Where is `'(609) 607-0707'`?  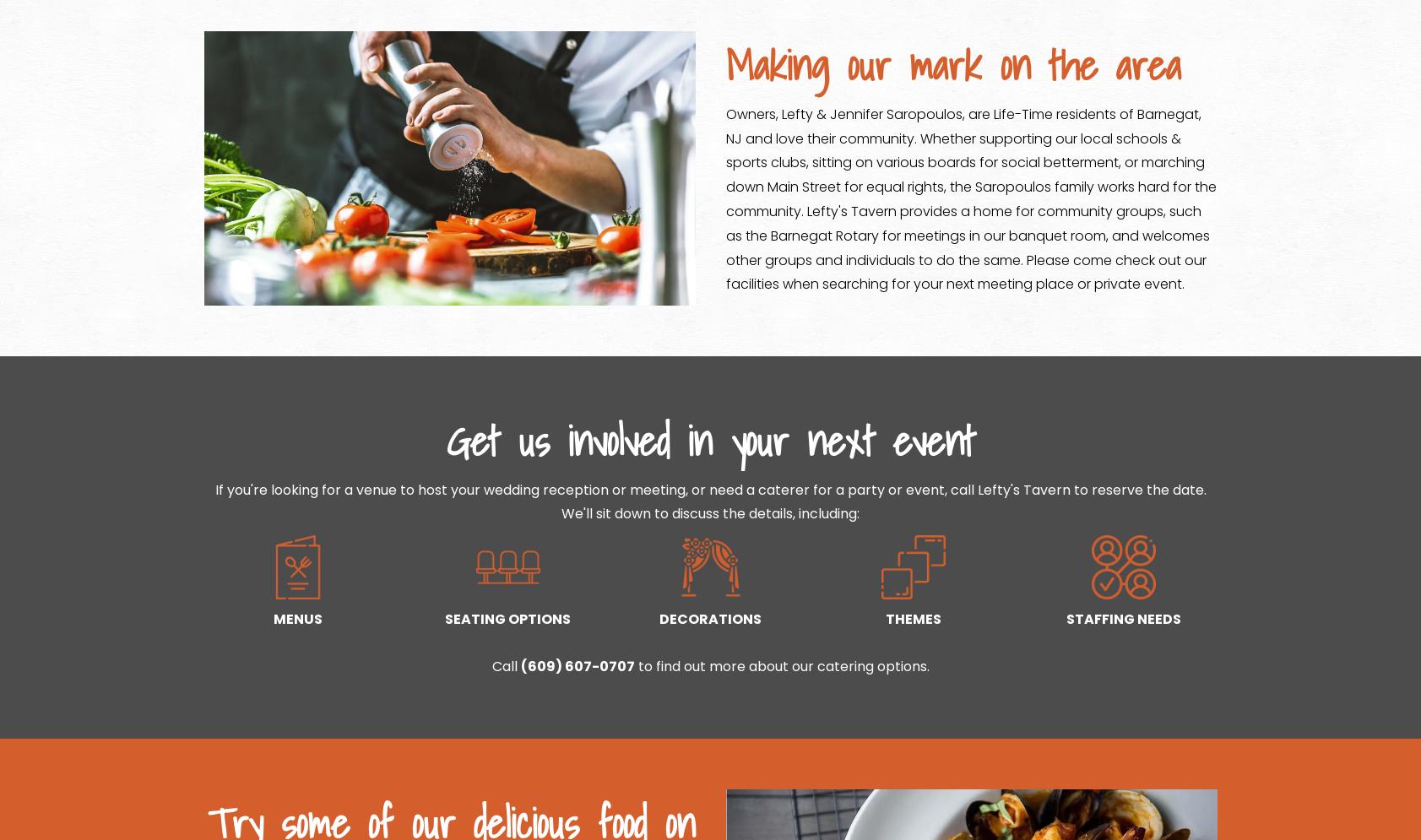
'(609) 607-0707' is located at coordinates (576, 665).